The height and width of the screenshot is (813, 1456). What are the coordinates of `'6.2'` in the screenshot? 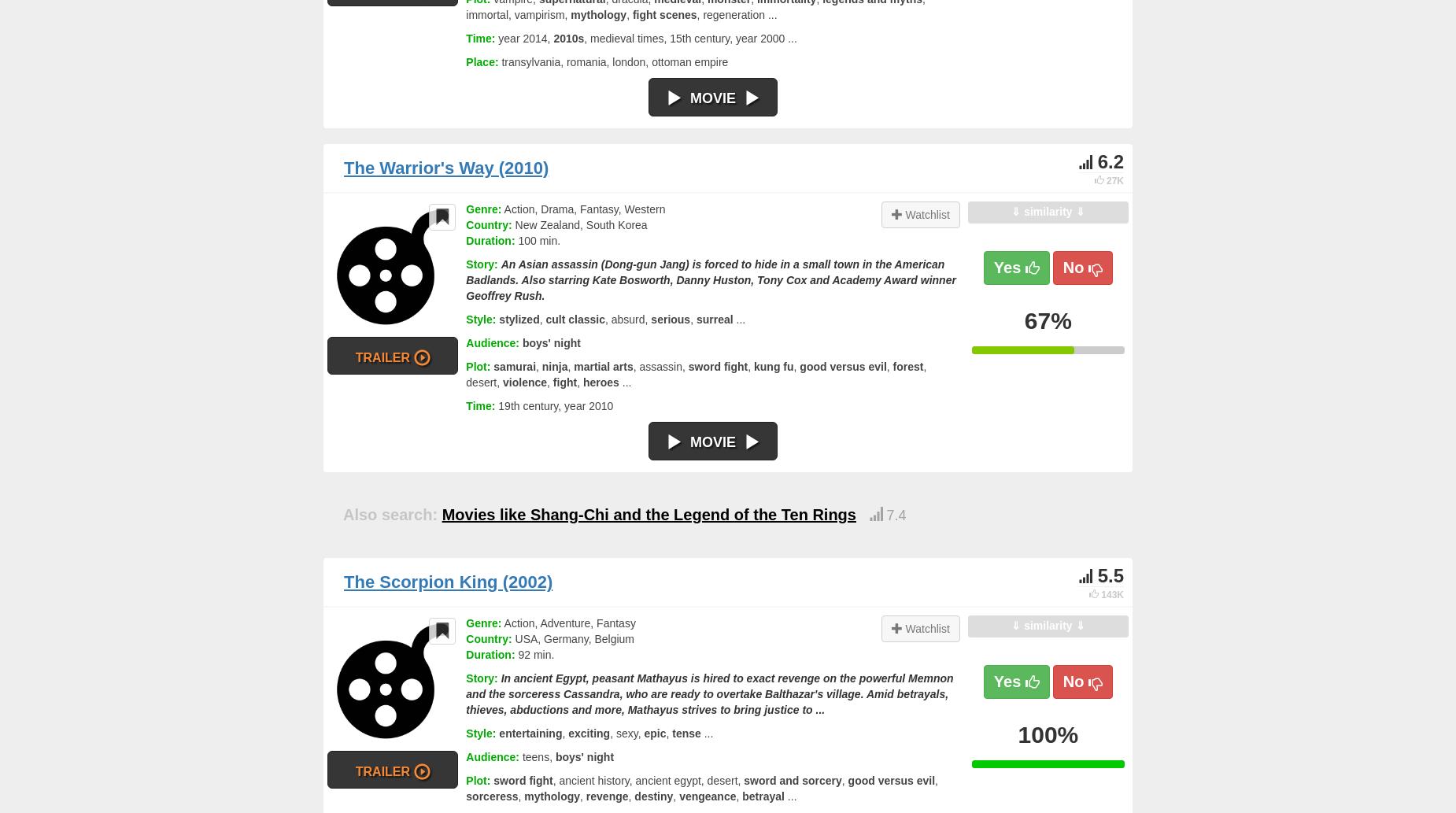 It's located at (1110, 160).